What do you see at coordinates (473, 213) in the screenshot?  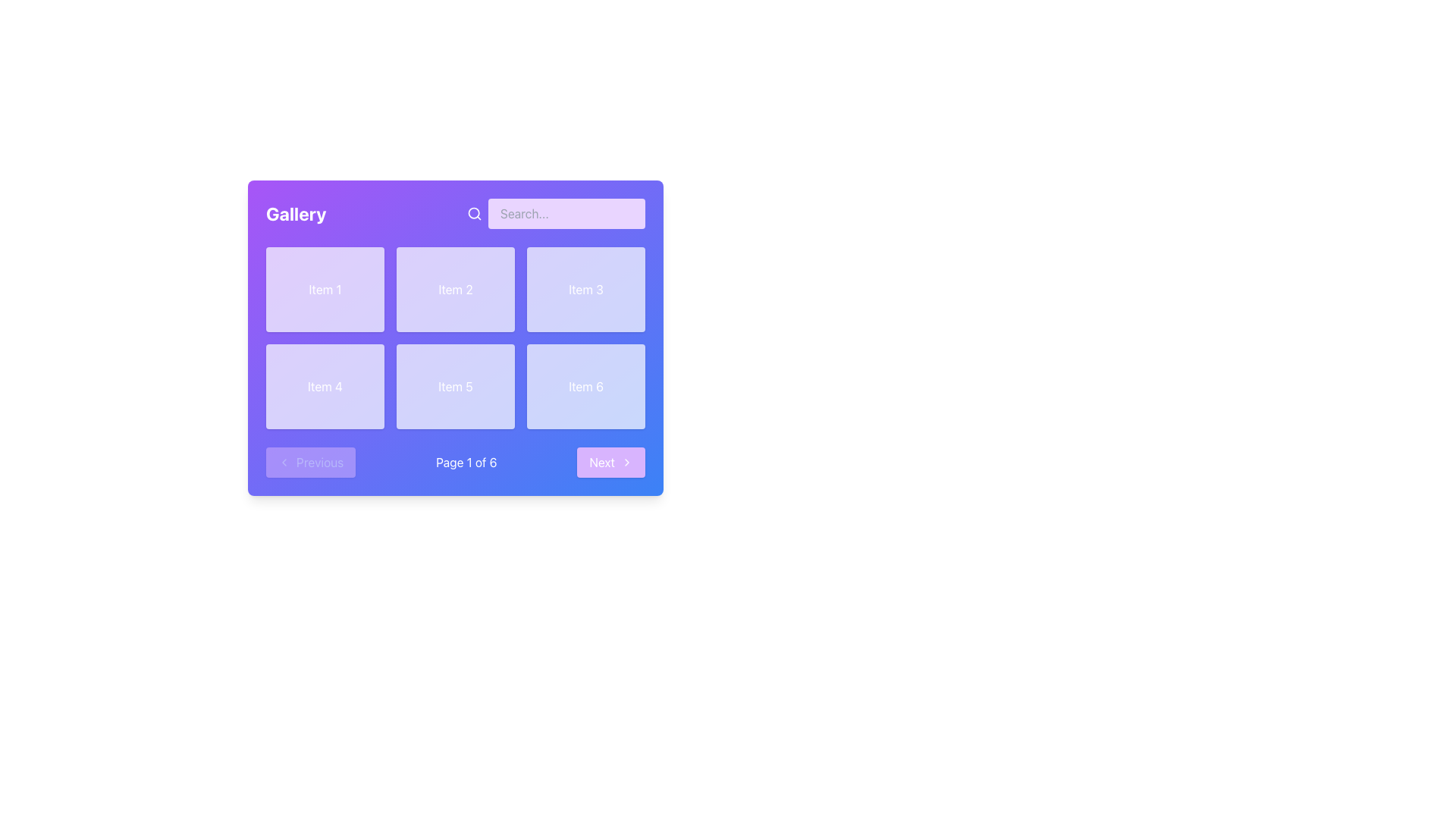 I see `the small circular magnifying glass icon located above the search bar in the Gallery section` at bounding box center [473, 213].